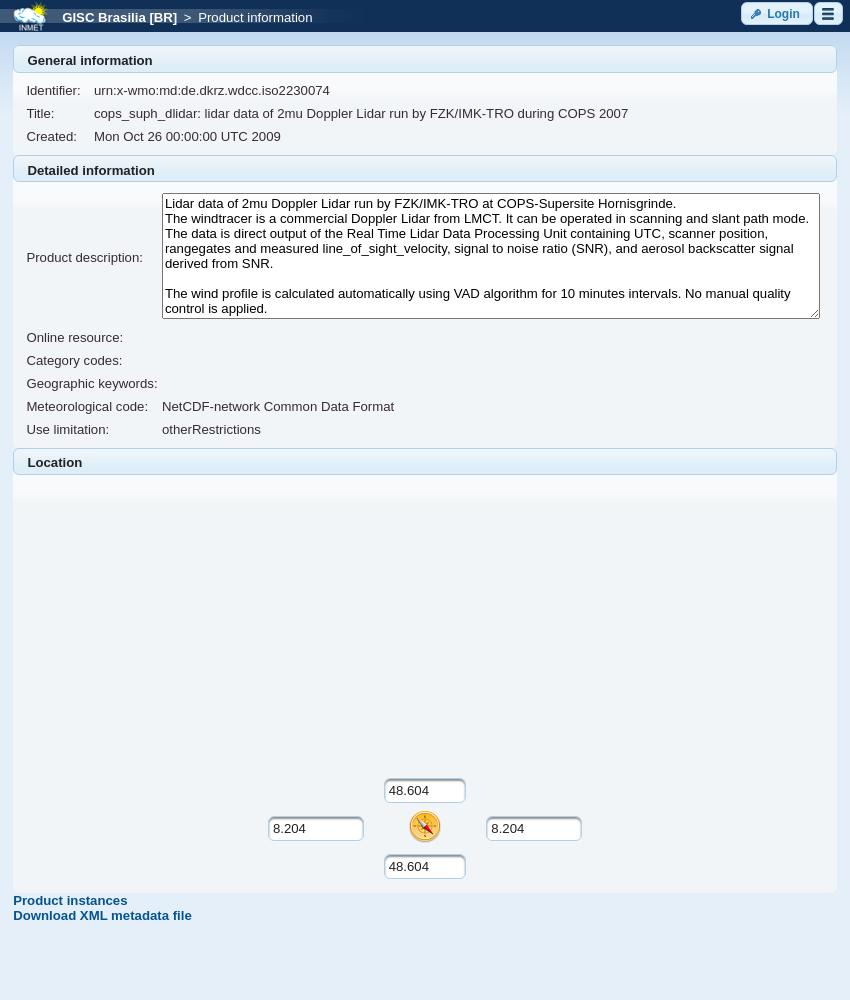 The width and height of the screenshot is (850, 1000). What do you see at coordinates (185, 136) in the screenshot?
I see `'Mon Oct 26 00:00:00 UTC 2009'` at bounding box center [185, 136].